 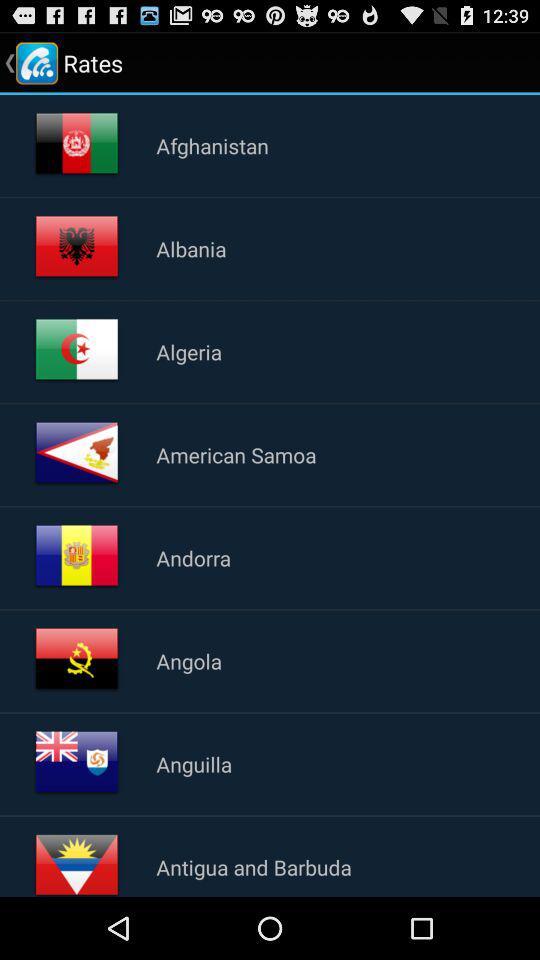 What do you see at coordinates (211, 144) in the screenshot?
I see `afghanistan icon` at bounding box center [211, 144].